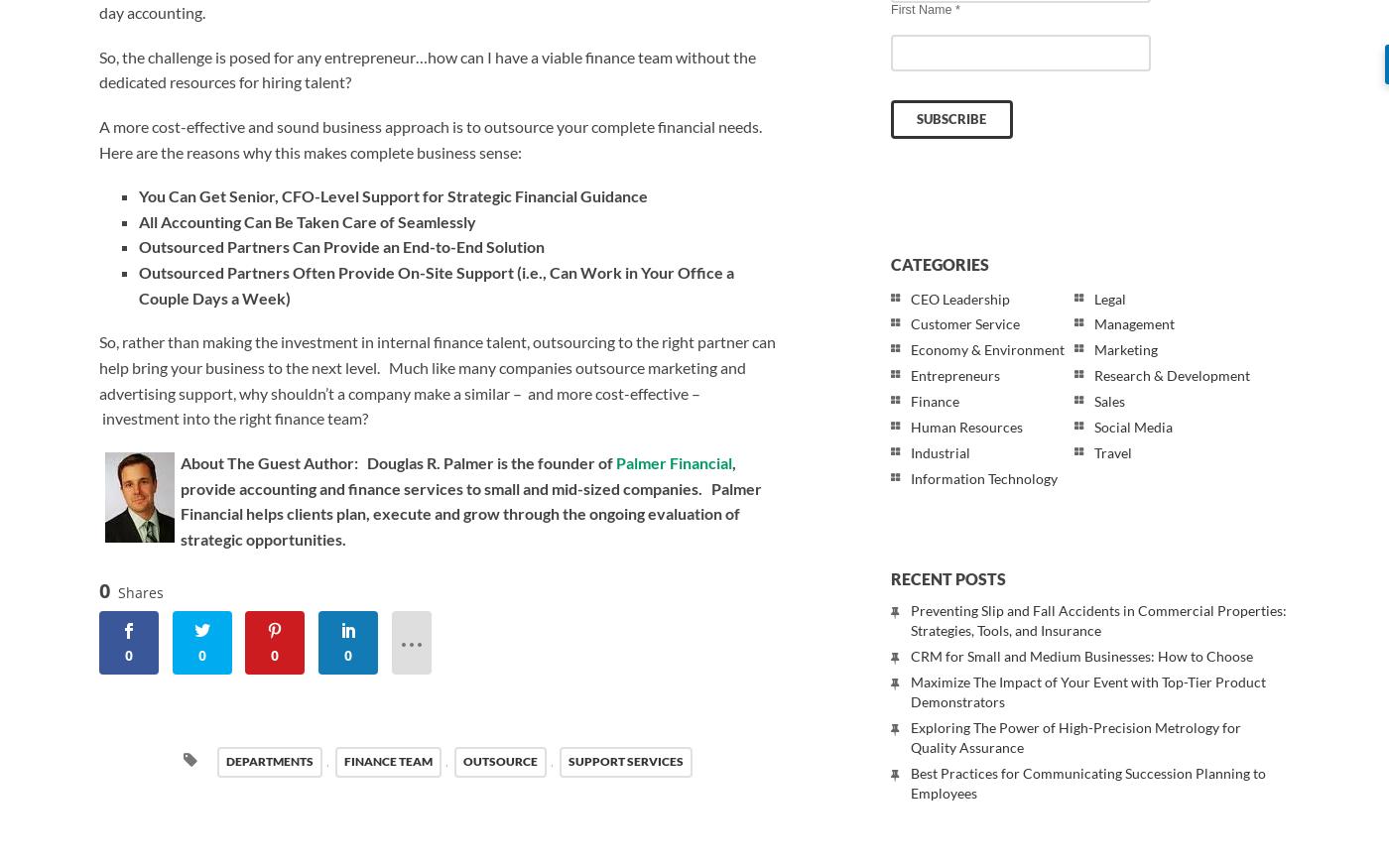 The image size is (1389, 868). Describe the element at coordinates (1088, 782) in the screenshot. I see `'Best Practices for Communicating Succession Planning to Employees'` at that location.